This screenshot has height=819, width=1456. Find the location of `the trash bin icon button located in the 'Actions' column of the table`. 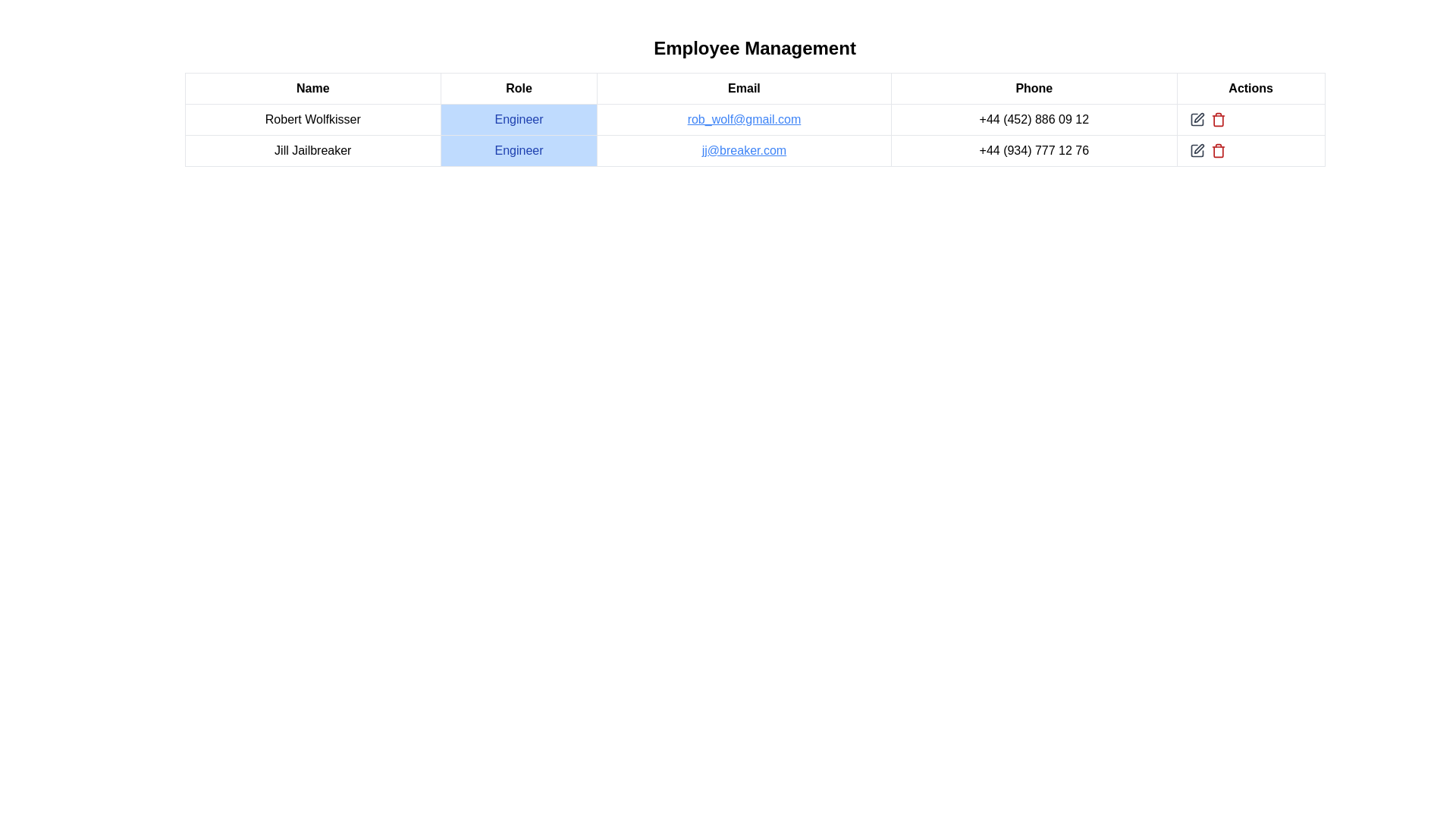

the trash bin icon button located in the 'Actions' column of the table is located at coordinates (1218, 151).